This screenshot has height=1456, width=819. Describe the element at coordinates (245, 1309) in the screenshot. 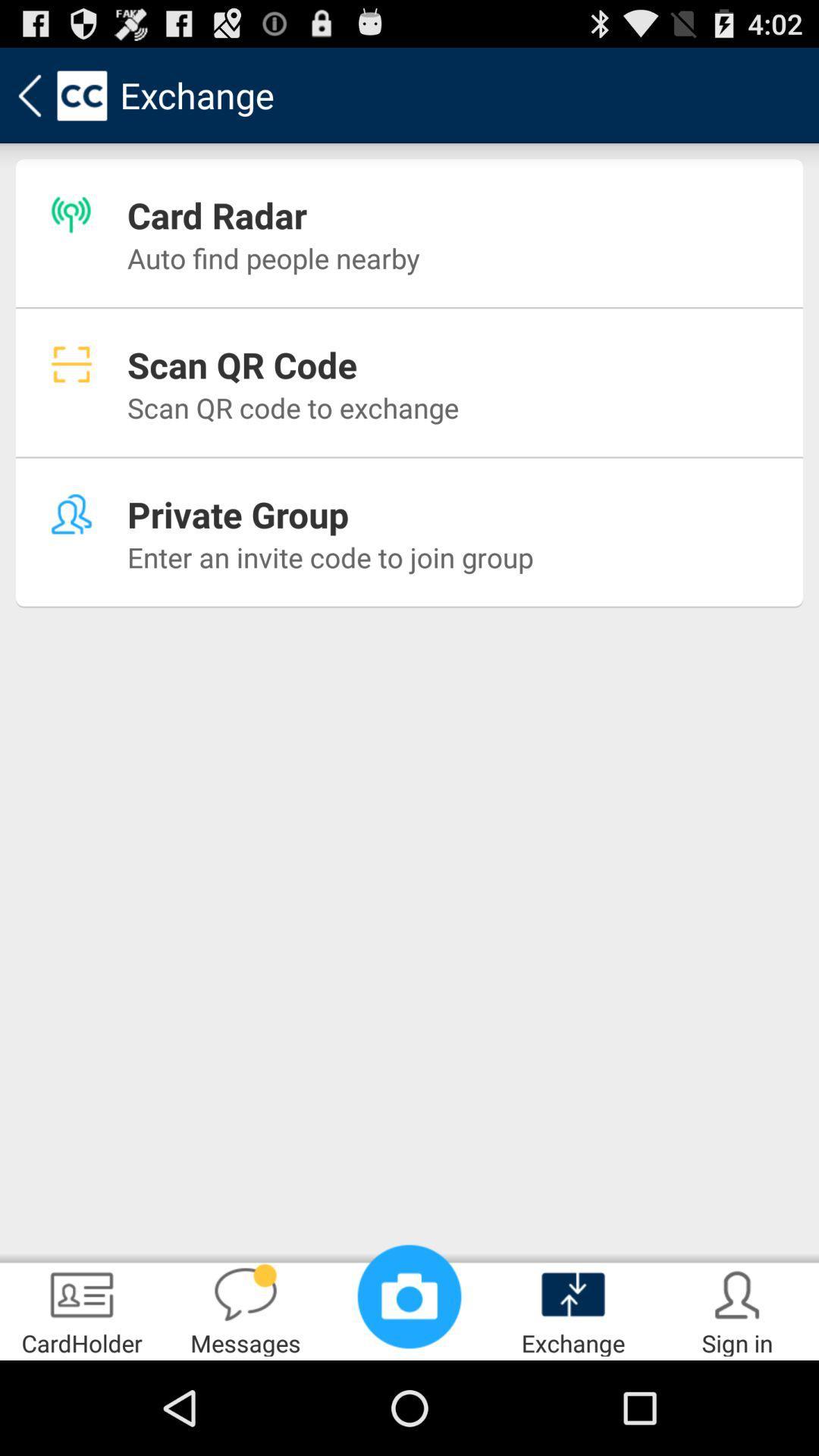

I see `app next to the cardholder app` at that location.